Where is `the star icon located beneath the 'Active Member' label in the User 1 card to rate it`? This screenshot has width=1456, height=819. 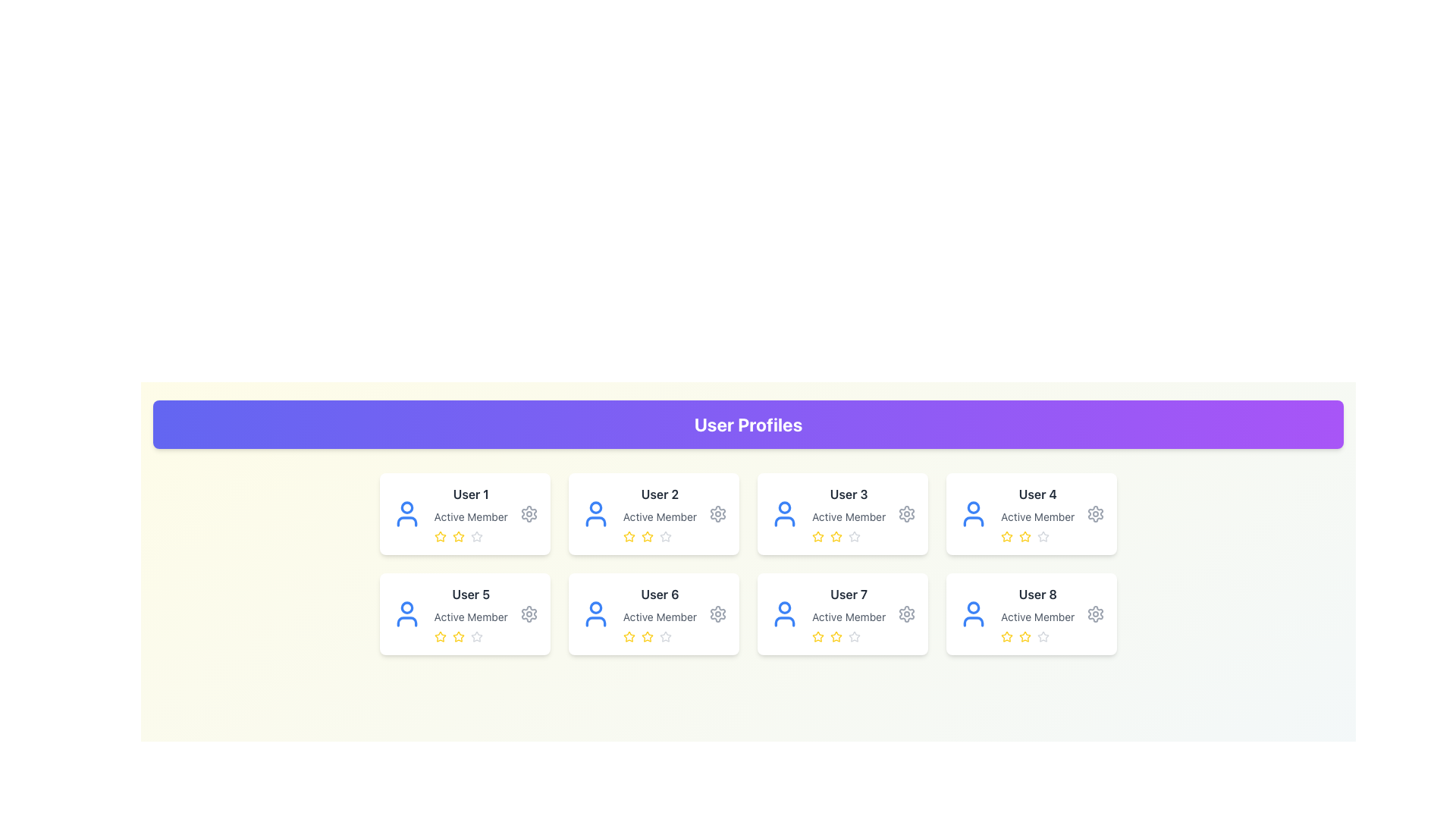 the star icon located beneath the 'Active Member' label in the User 1 card to rate it is located at coordinates (439, 535).